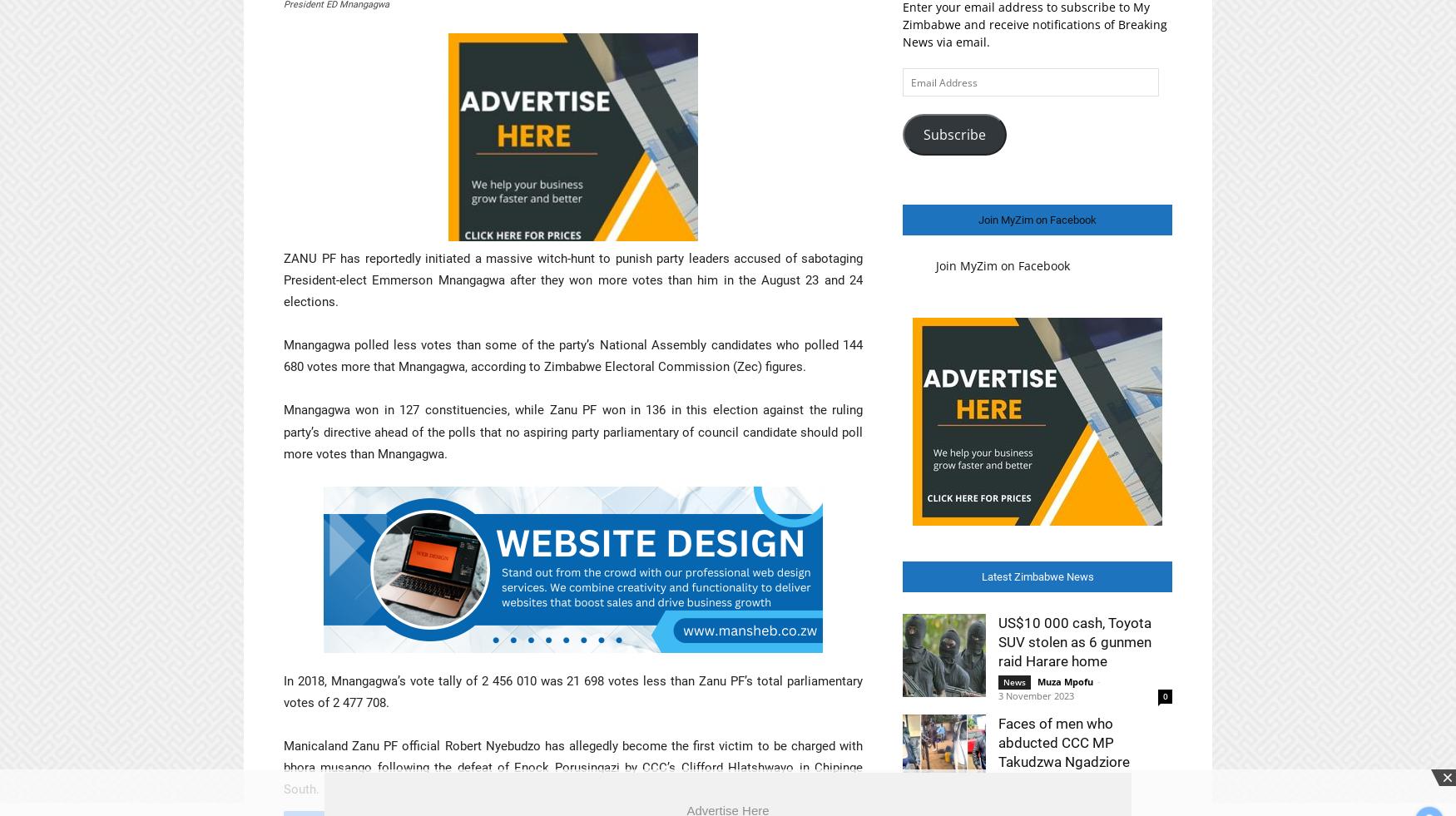 The image size is (1456, 816). I want to click on 'Latest Zimbabwe News', so click(1037, 576).